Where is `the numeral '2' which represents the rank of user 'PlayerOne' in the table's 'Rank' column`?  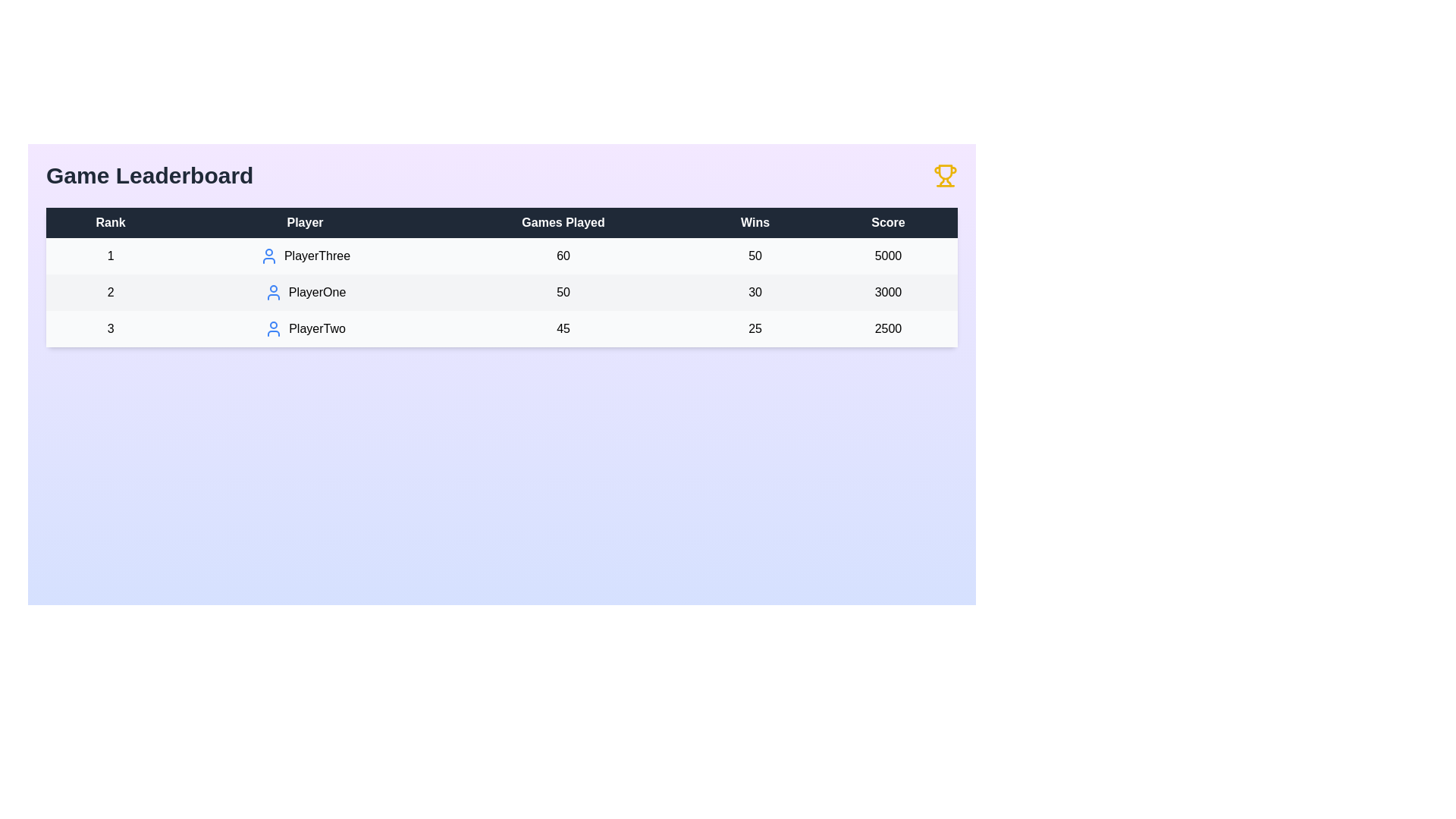 the numeral '2' which represents the rank of user 'PlayerOne' in the table's 'Rank' column is located at coordinates (110, 292).